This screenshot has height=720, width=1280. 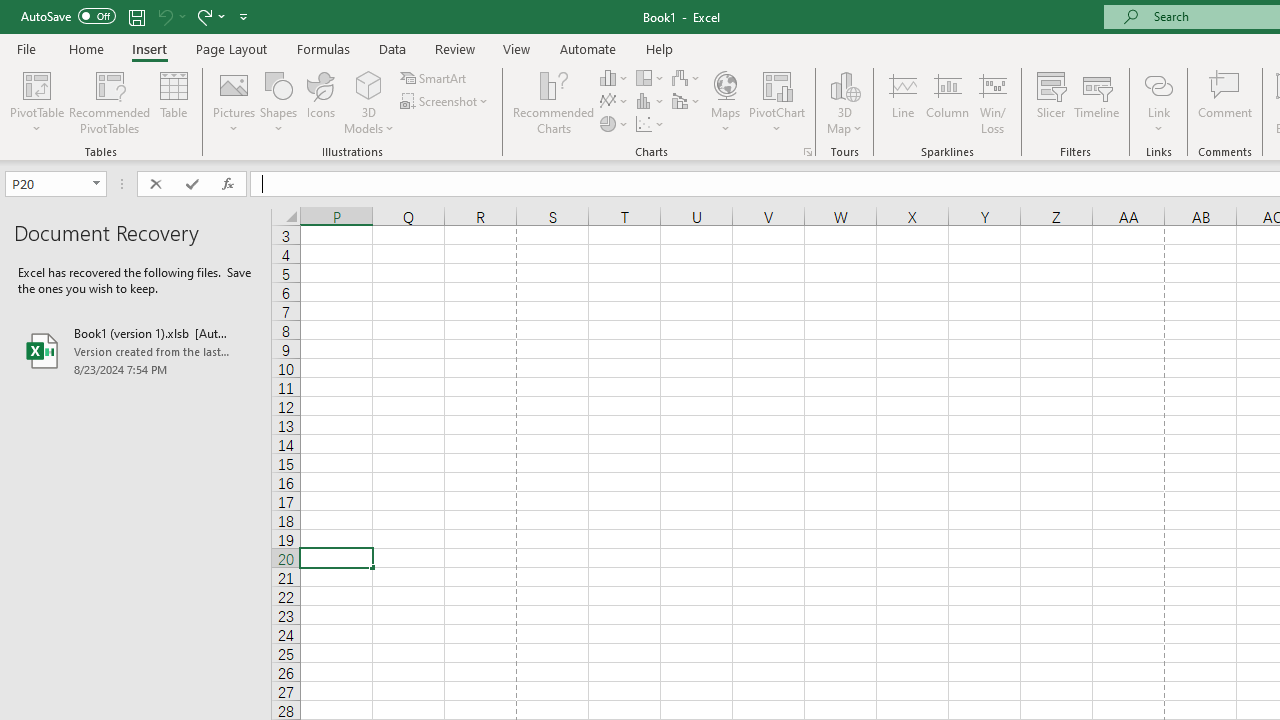 I want to click on 'PivotChart', so click(x=776, y=103).